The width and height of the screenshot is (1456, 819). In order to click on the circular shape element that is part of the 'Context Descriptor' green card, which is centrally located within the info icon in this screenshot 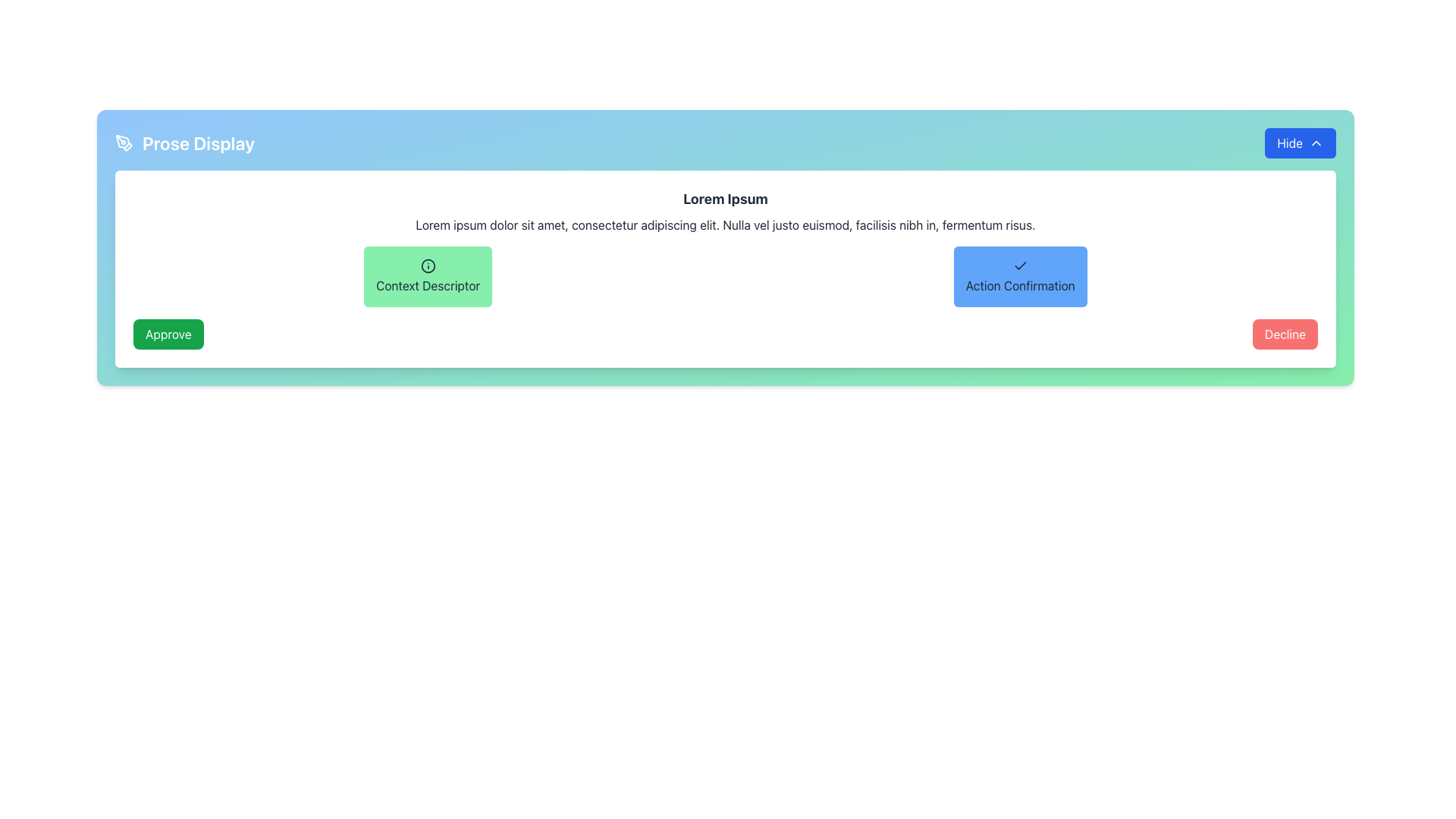, I will do `click(427, 265)`.